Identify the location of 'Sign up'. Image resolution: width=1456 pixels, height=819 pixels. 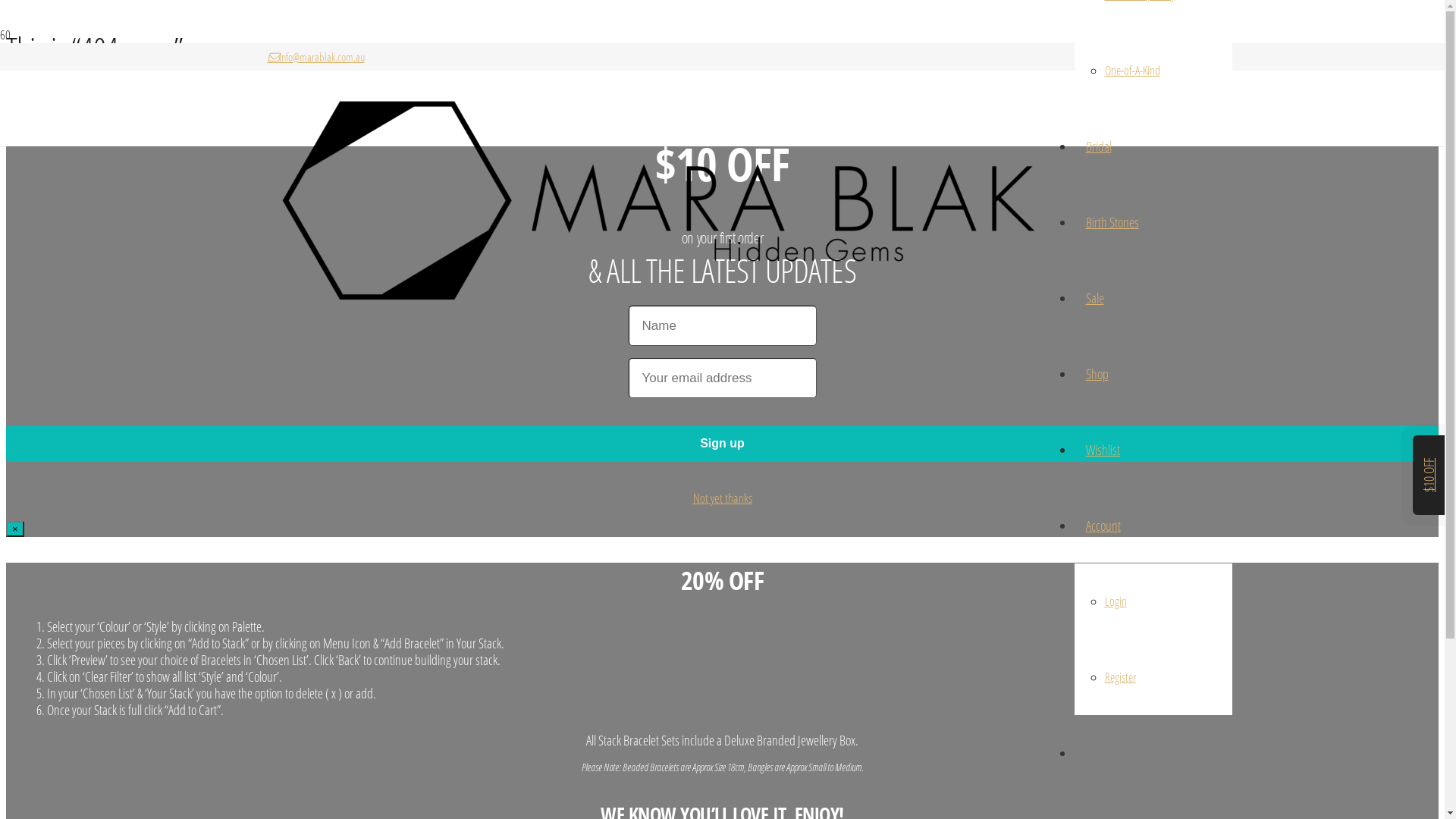
(721, 444).